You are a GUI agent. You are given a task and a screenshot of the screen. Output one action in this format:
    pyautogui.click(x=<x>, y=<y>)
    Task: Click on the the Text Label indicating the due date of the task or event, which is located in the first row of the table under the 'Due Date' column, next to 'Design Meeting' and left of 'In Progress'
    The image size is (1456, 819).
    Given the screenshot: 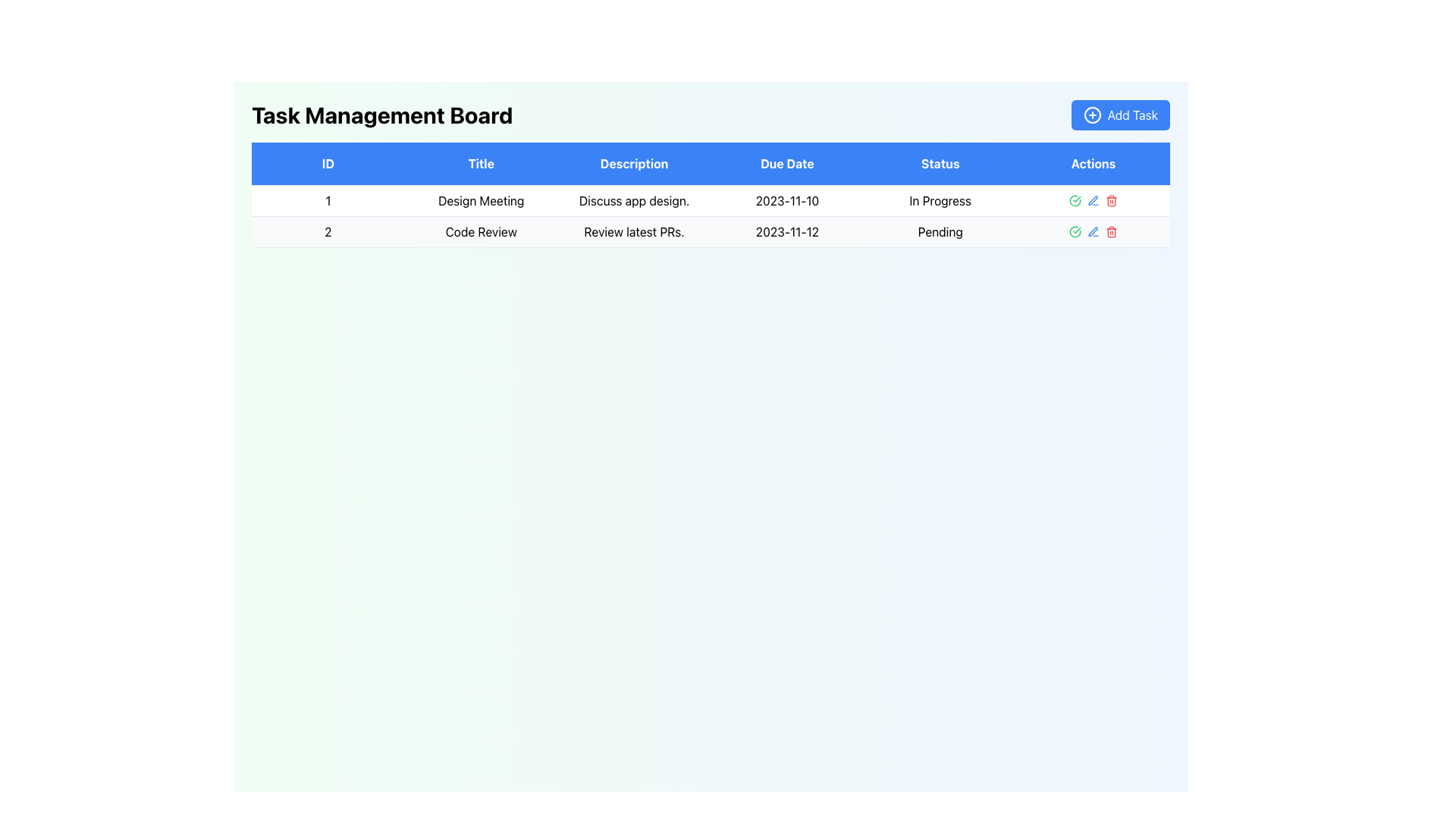 What is the action you would take?
    pyautogui.click(x=787, y=200)
    